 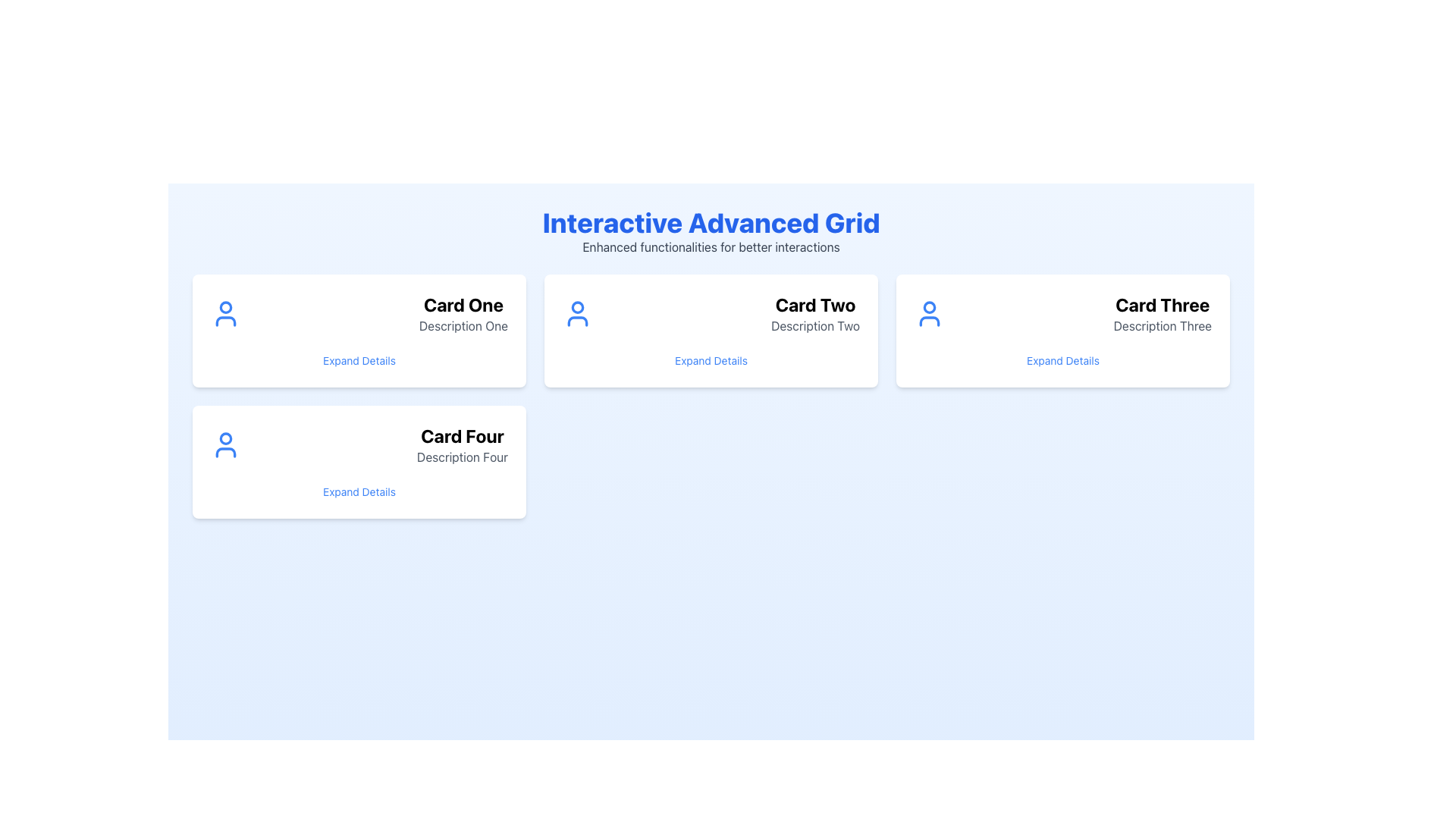 What do you see at coordinates (463, 304) in the screenshot?
I see `the bold text label reading 'Card One' located in the top-left card of the grid layout` at bounding box center [463, 304].